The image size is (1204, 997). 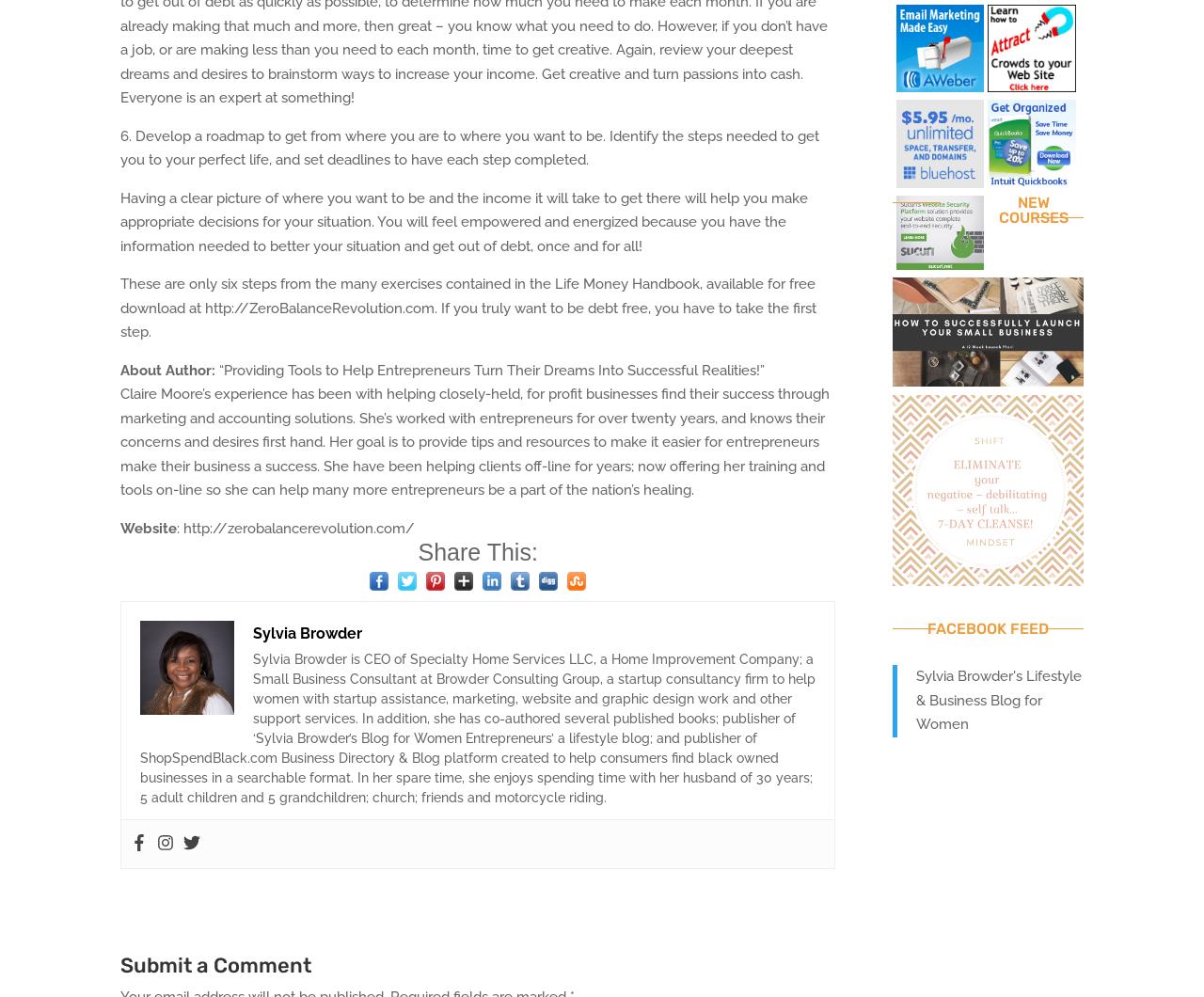 What do you see at coordinates (308, 632) in the screenshot?
I see `'Sylvia Browder'` at bounding box center [308, 632].